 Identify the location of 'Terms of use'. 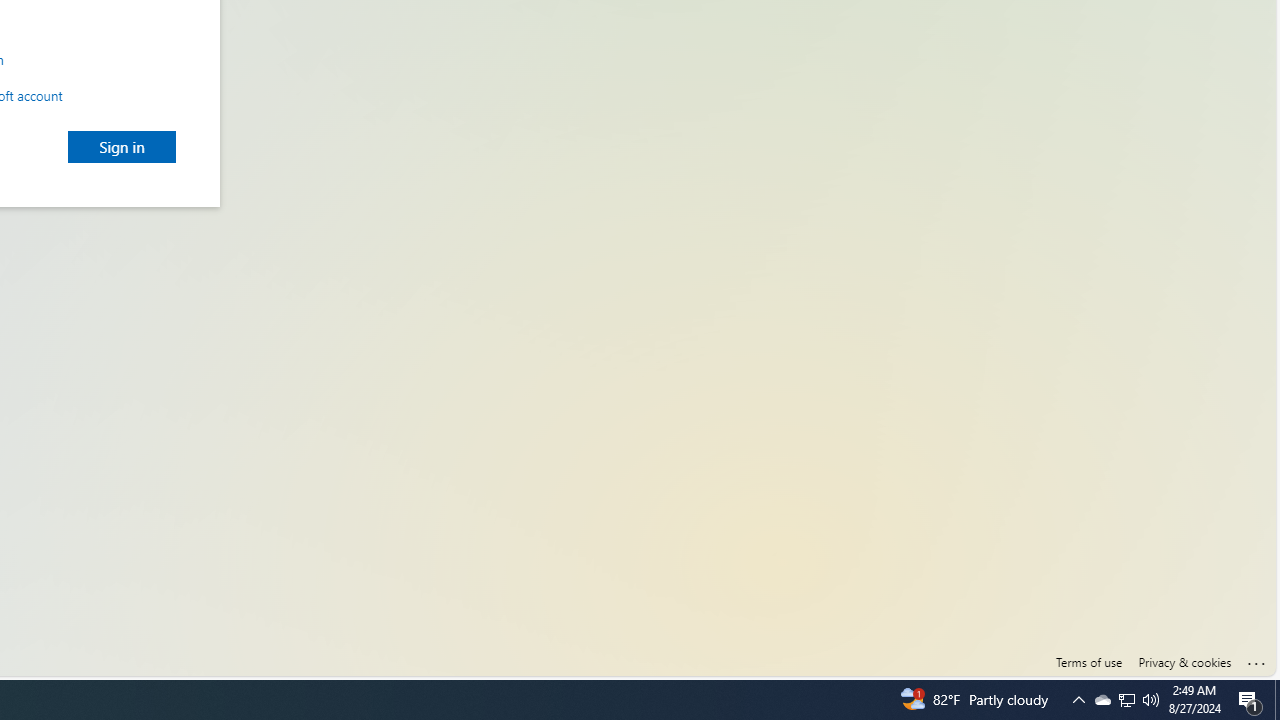
(1087, 662).